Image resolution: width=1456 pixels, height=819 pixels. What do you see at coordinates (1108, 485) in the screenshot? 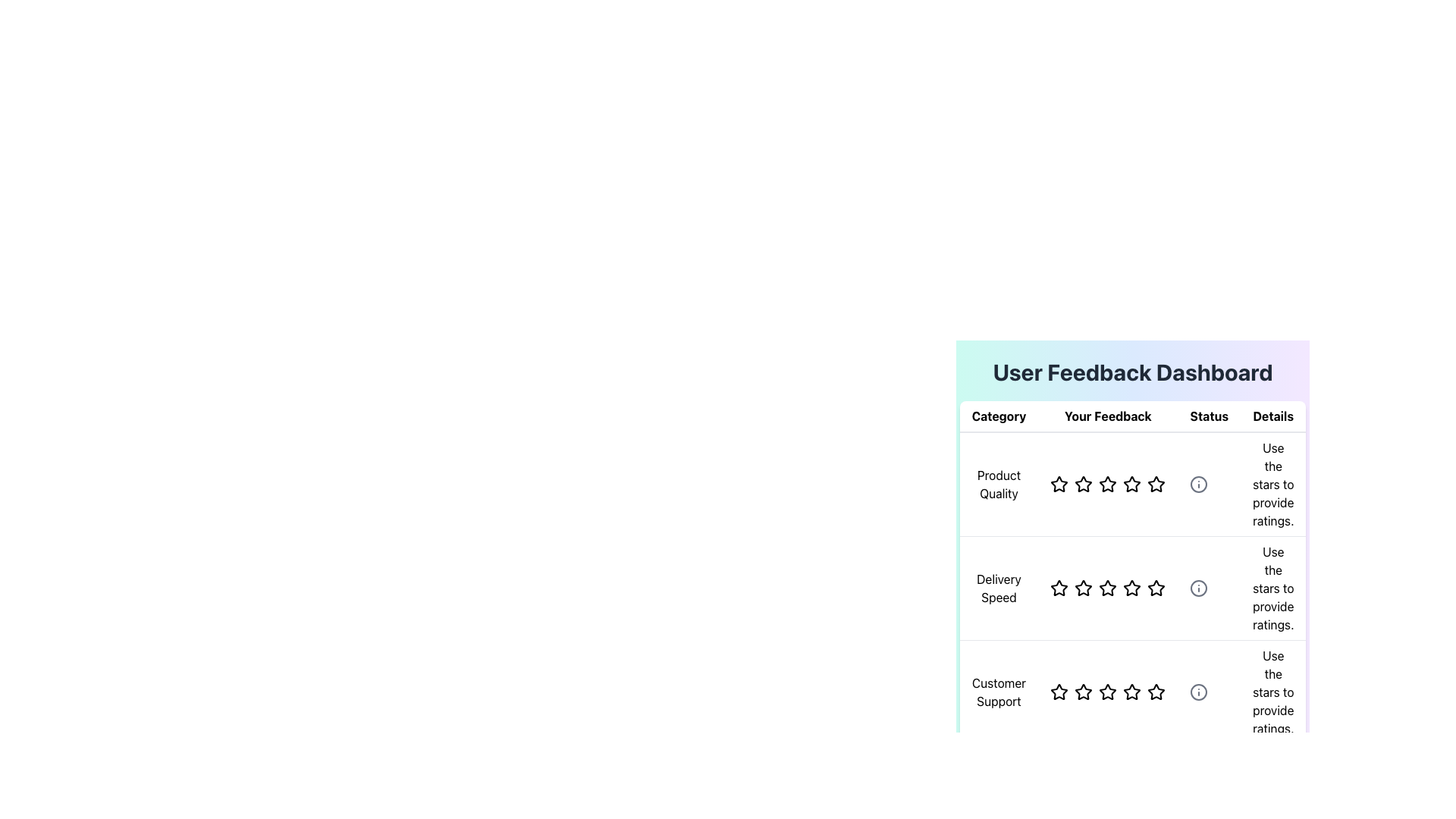
I see `the fourth star-shaped rating icon in the 'Product Quality' row under 'Your Feedback' in the 'User Feedback Dashboard' to set the rating` at bounding box center [1108, 485].